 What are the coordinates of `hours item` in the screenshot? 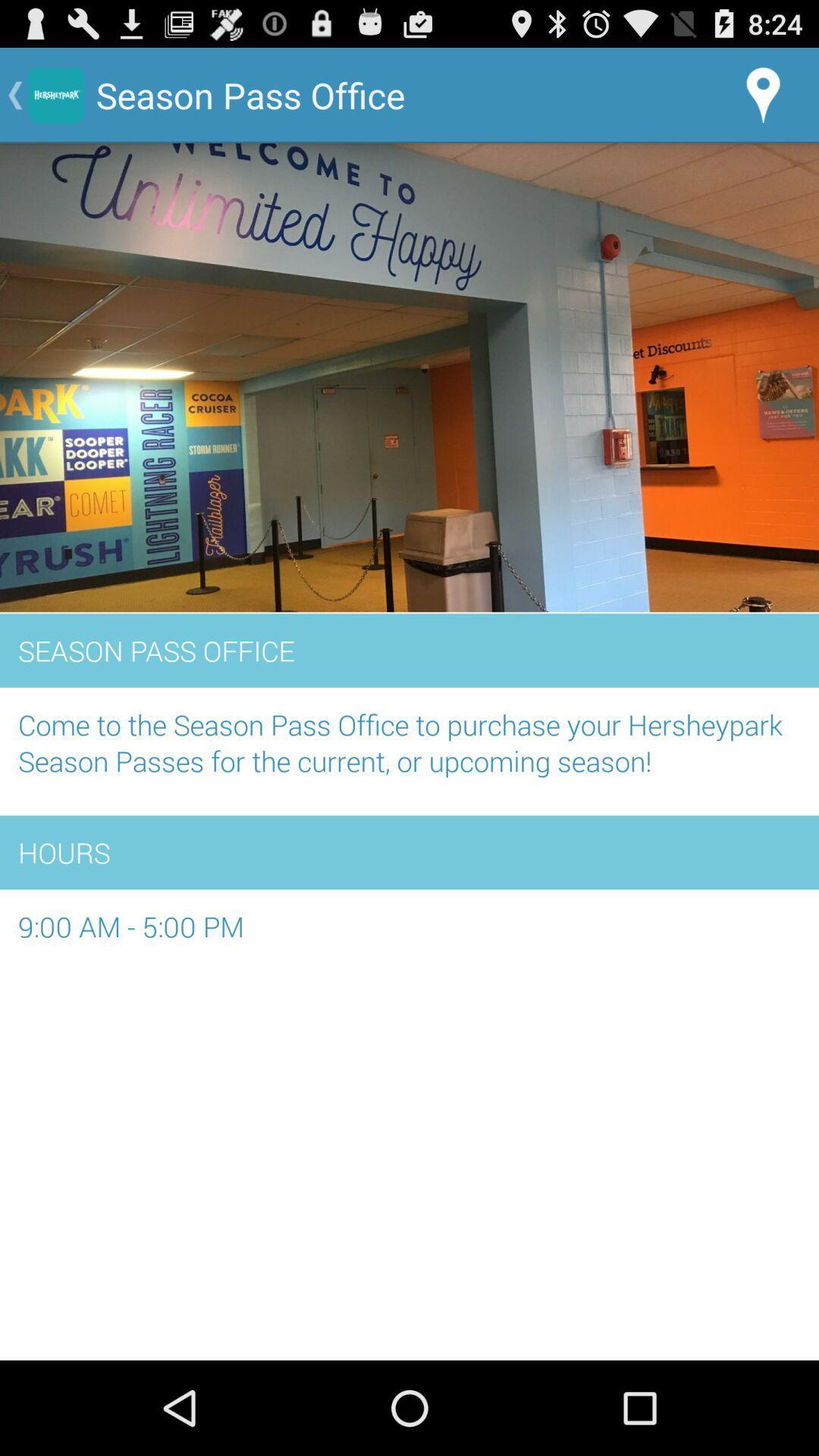 It's located at (409, 852).